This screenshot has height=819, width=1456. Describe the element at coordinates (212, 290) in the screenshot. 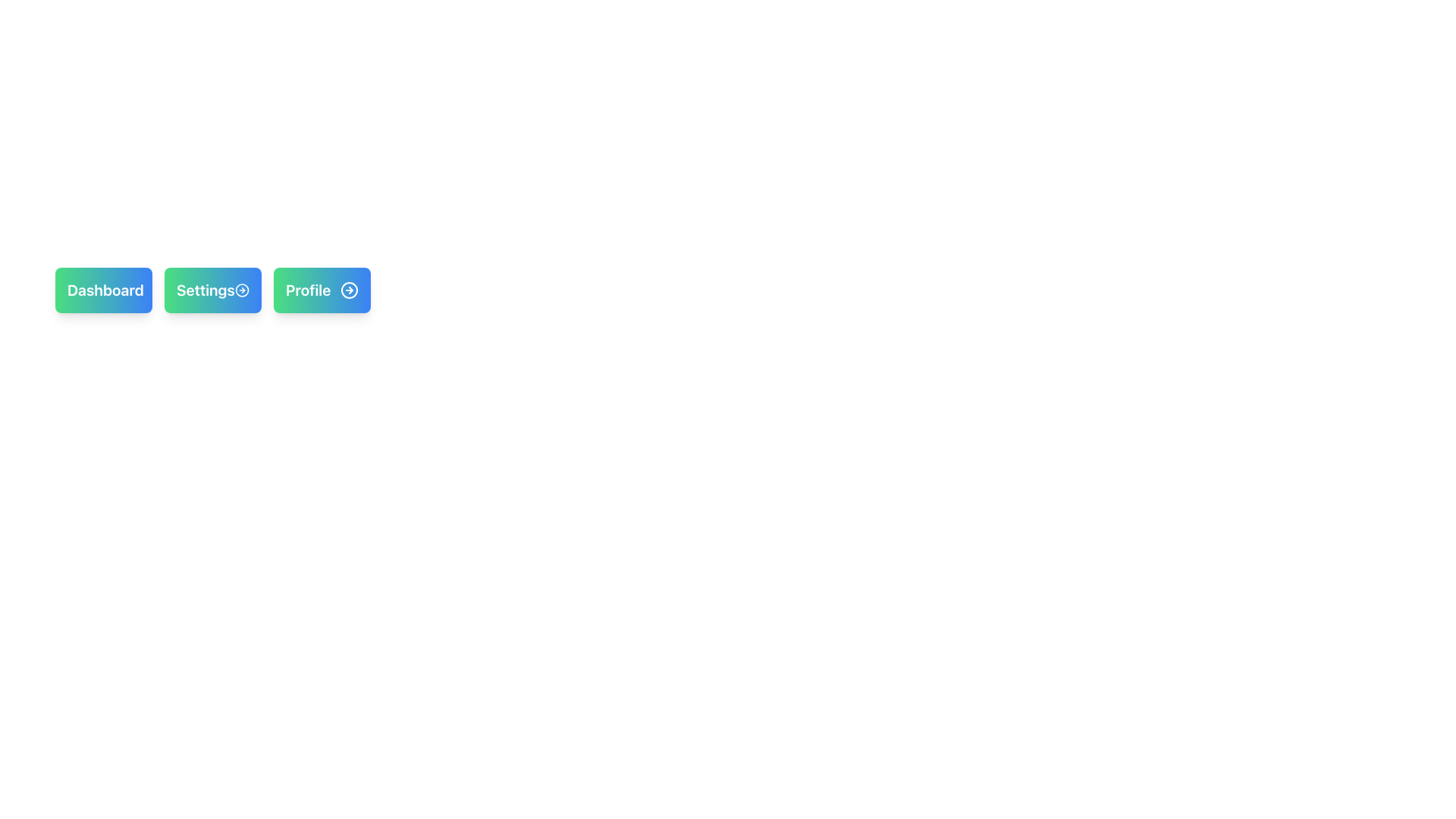

I see `the 'Settings' button, which is a rectangular button with a gradient background from green to blue and features bold white text and a white arrow icon` at that location.